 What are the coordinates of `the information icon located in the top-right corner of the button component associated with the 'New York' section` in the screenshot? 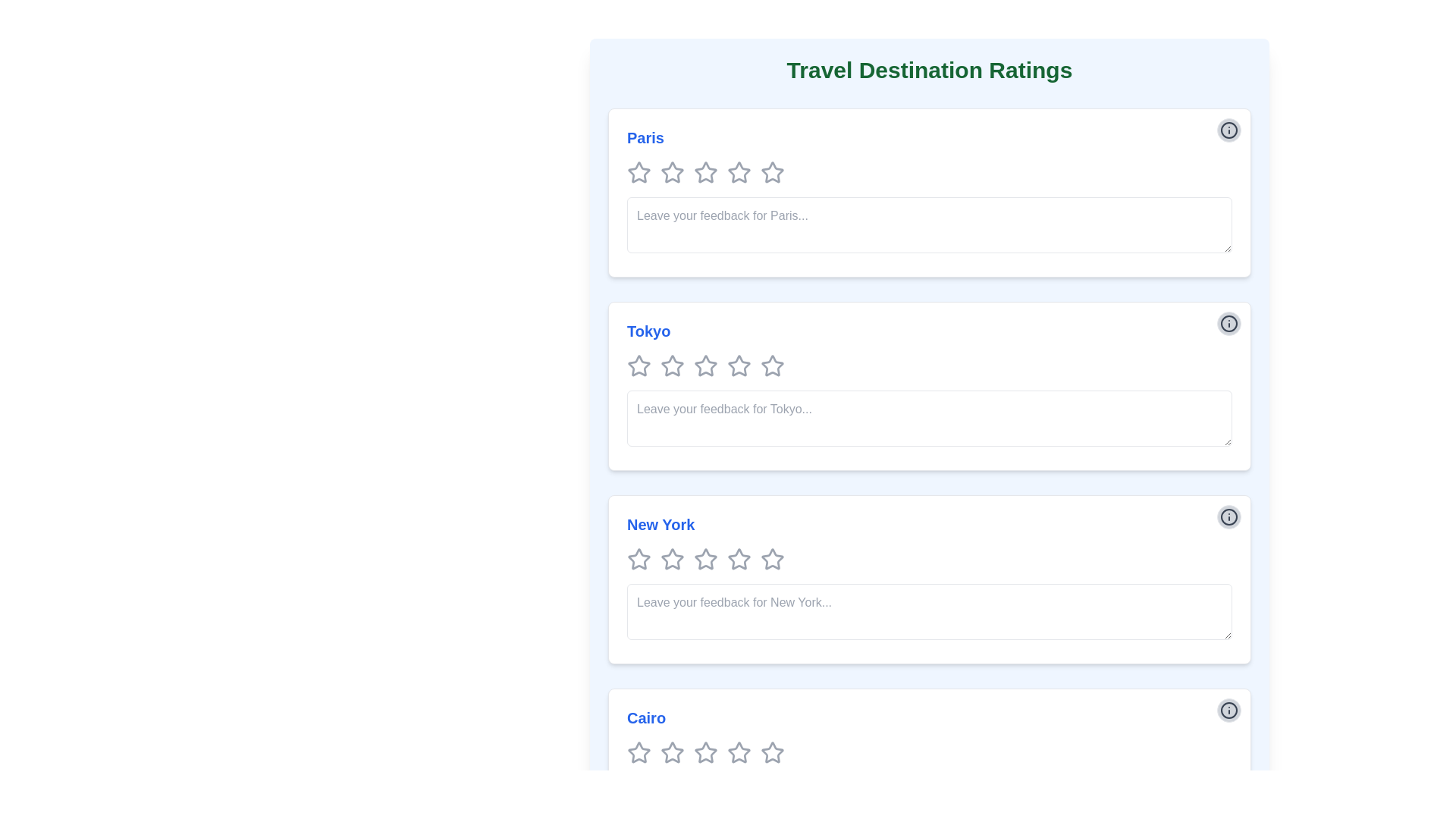 It's located at (1229, 516).